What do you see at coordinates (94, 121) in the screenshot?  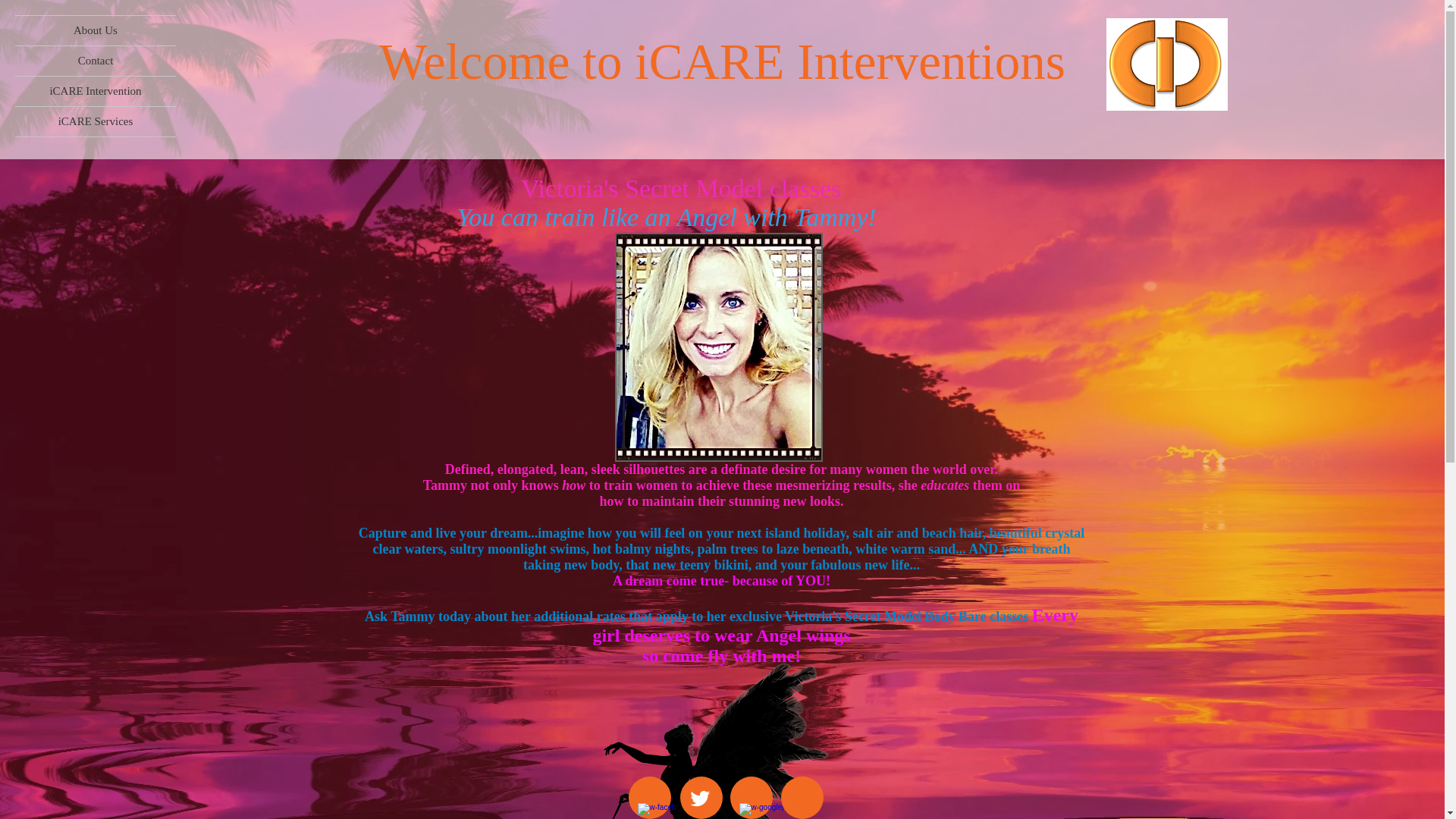 I see `'iCARE Services'` at bounding box center [94, 121].